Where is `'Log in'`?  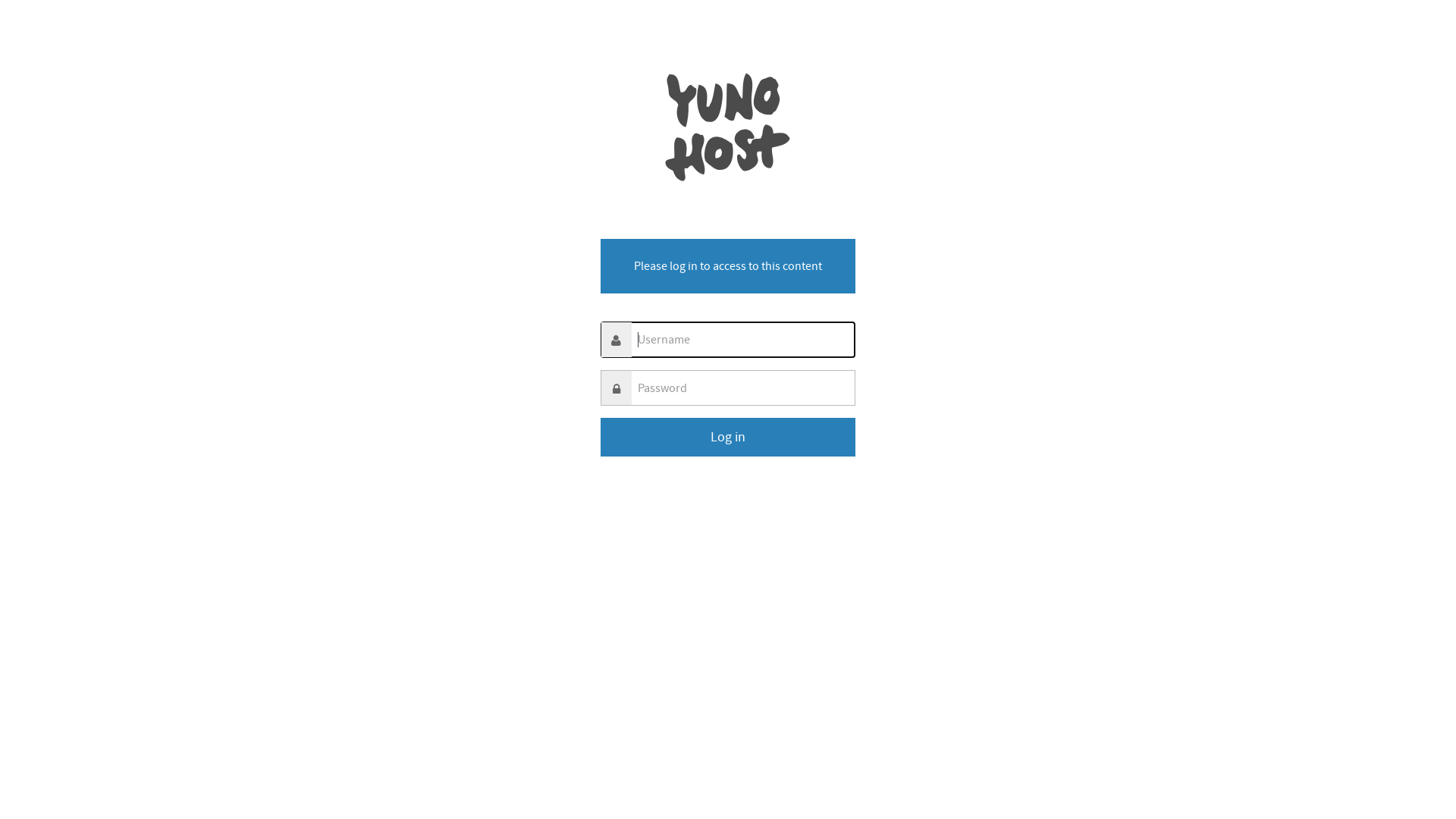 'Log in' is located at coordinates (728, 437).